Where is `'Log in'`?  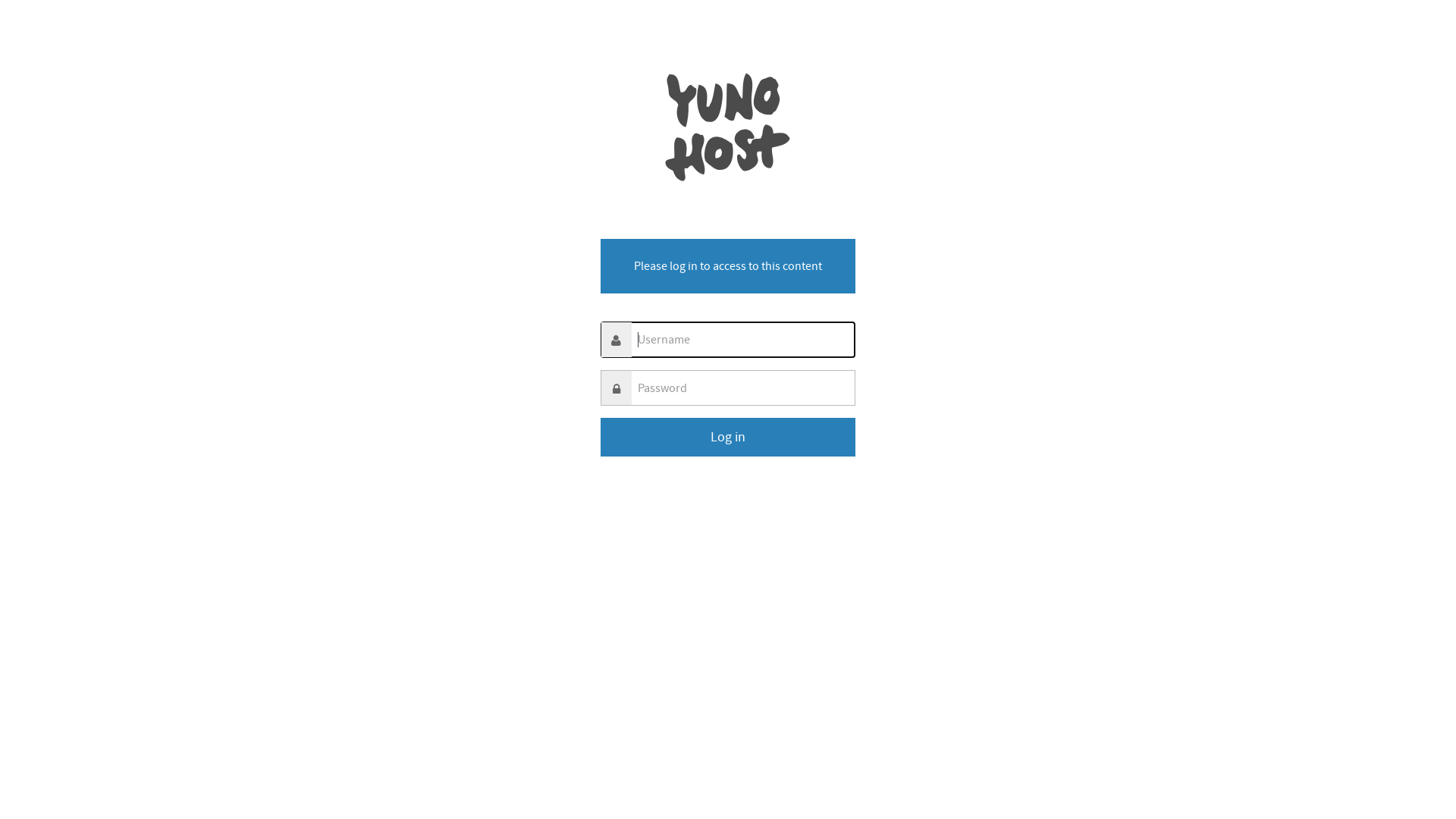 'Log in' is located at coordinates (728, 437).